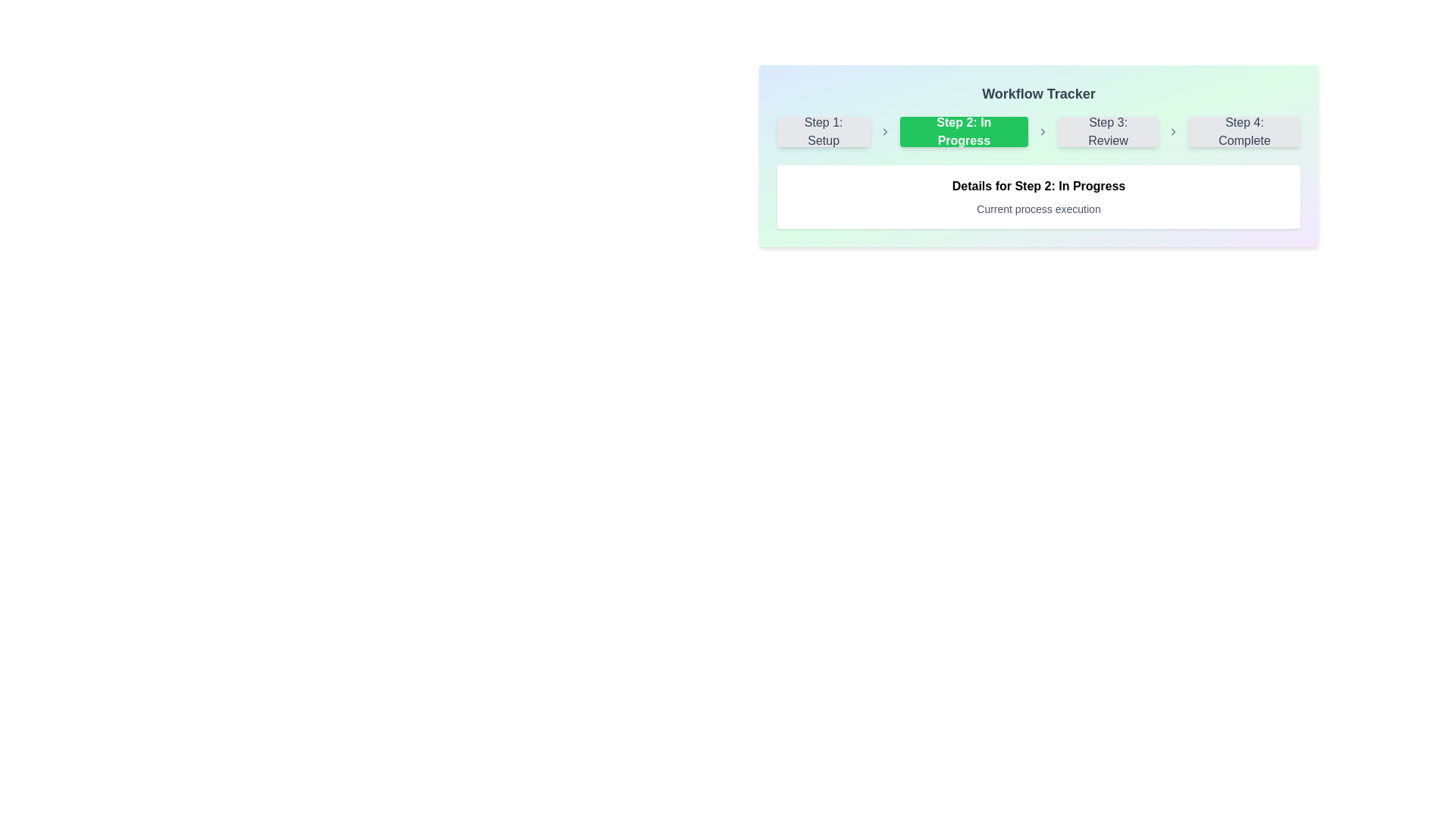  What do you see at coordinates (1244, 130) in the screenshot?
I see `the 'Step 4: Complete' button, which is a rounded button with a light gray background and darker text, located at the far right of the progress tracker bar` at bounding box center [1244, 130].